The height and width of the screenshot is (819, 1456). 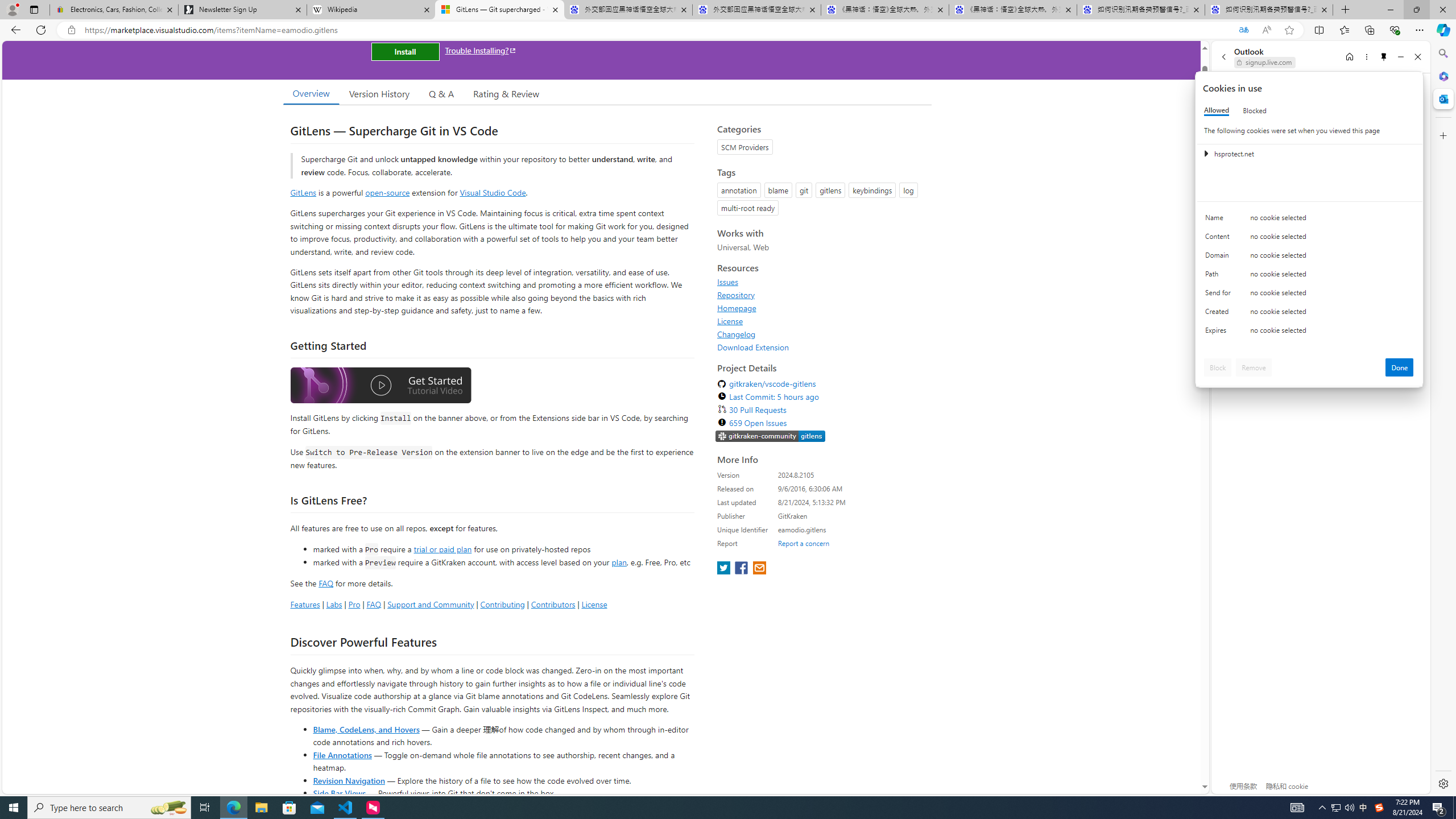 I want to click on 'Path', so click(x=1219, y=276).